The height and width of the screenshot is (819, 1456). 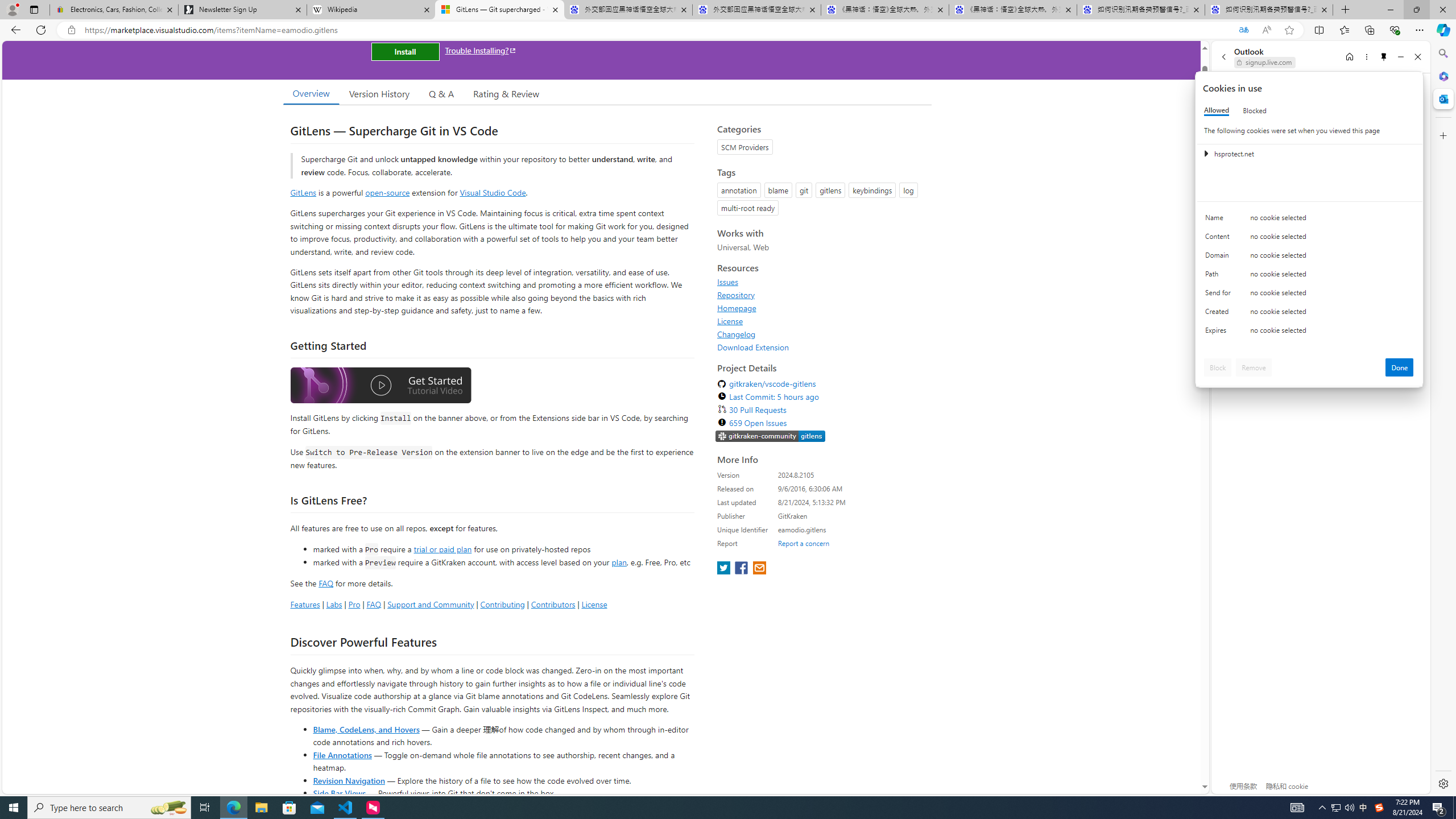 I want to click on 'Path', so click(x=1219, y=276).